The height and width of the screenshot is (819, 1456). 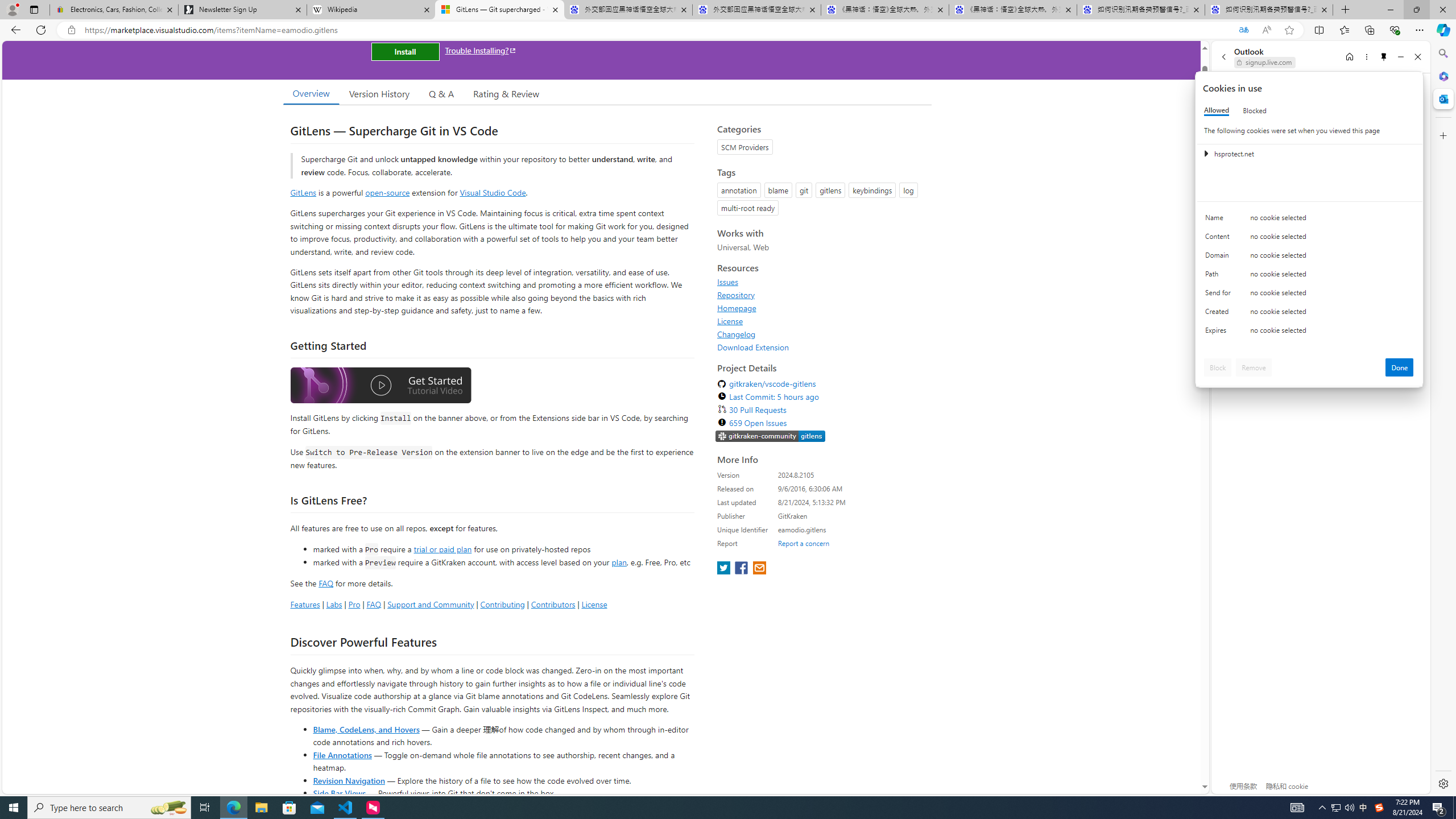 I want to click on 'Path', so click(x=1219, y=276).